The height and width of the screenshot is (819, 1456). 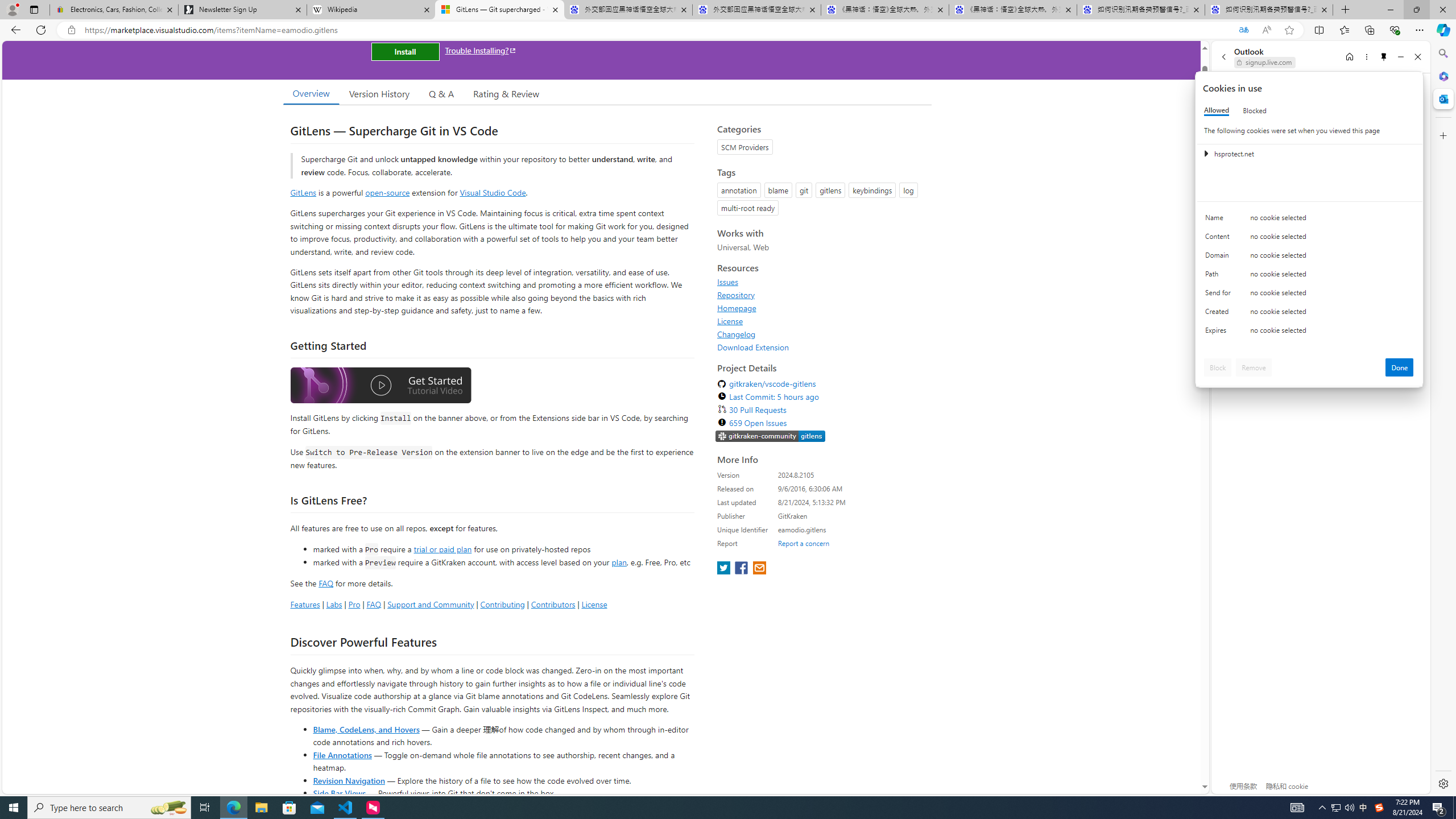 I want to click on 'Path', so click(x=1219, y=276).